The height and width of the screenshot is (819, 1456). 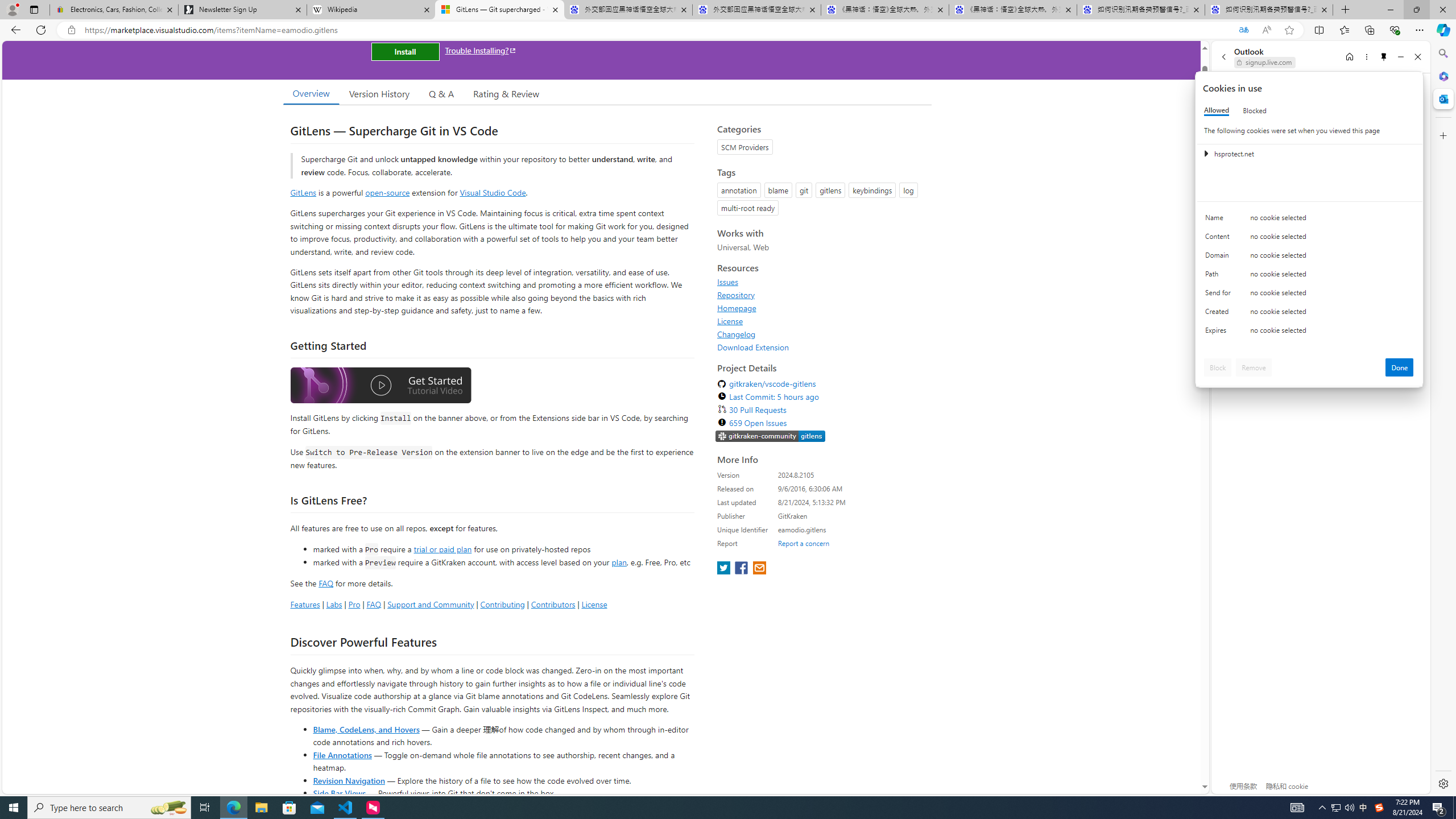 I want to click on 'Path', so click(x=1219, y=276).